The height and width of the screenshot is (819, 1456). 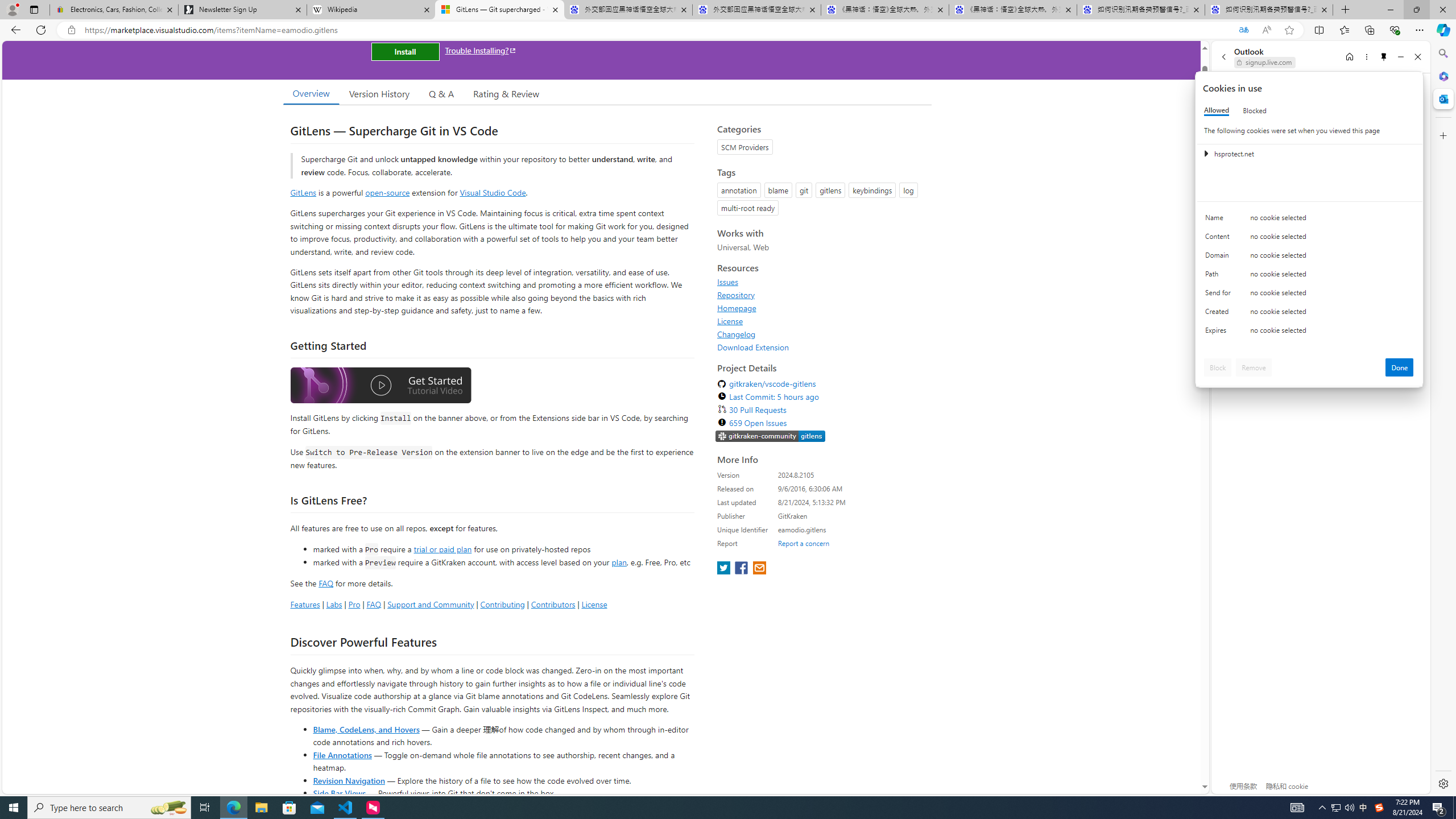 I want to click on 'Path', so click(x=1219, y=276).